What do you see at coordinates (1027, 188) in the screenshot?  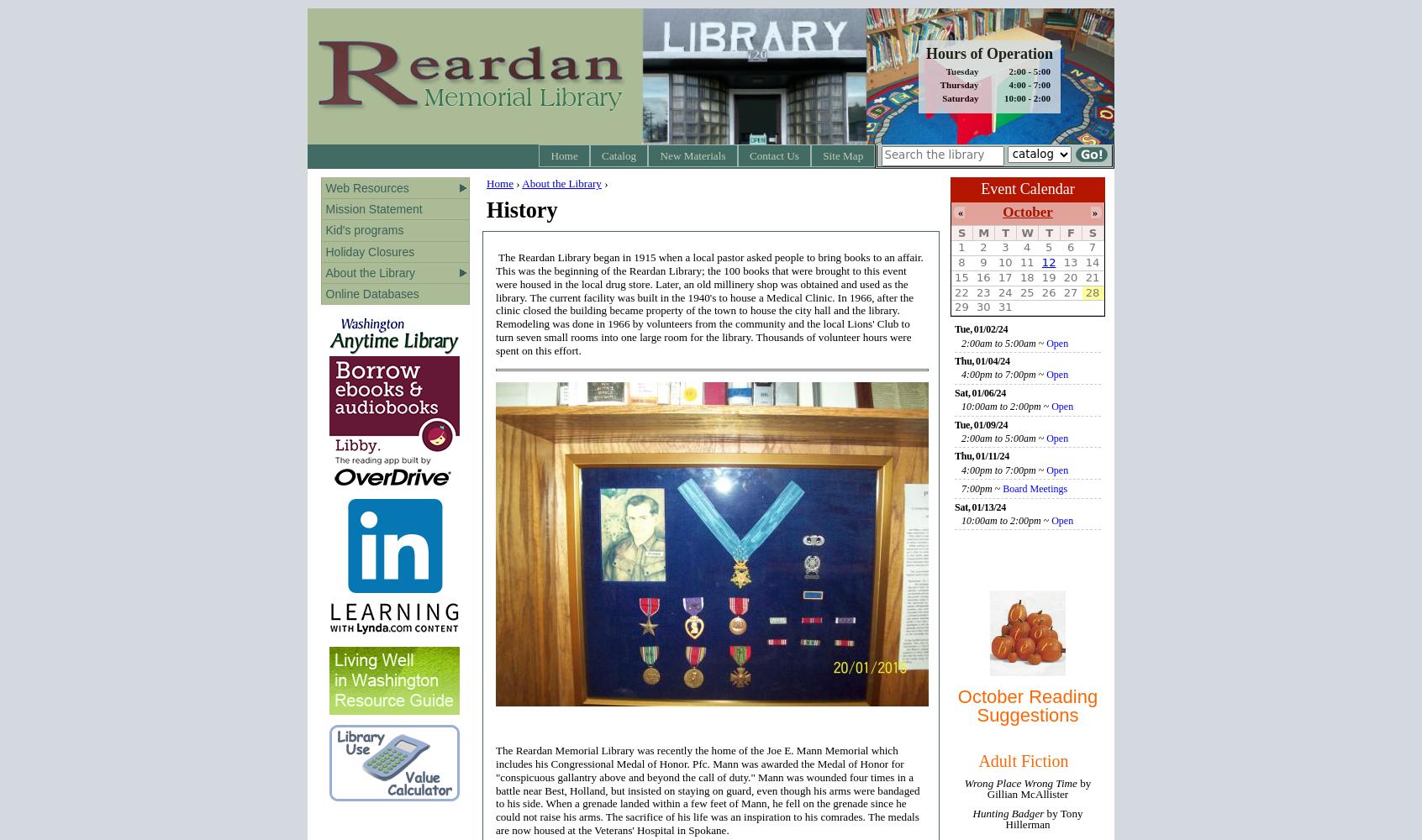 I see `'Event Calendar'` at bounding box center [1027, 188].